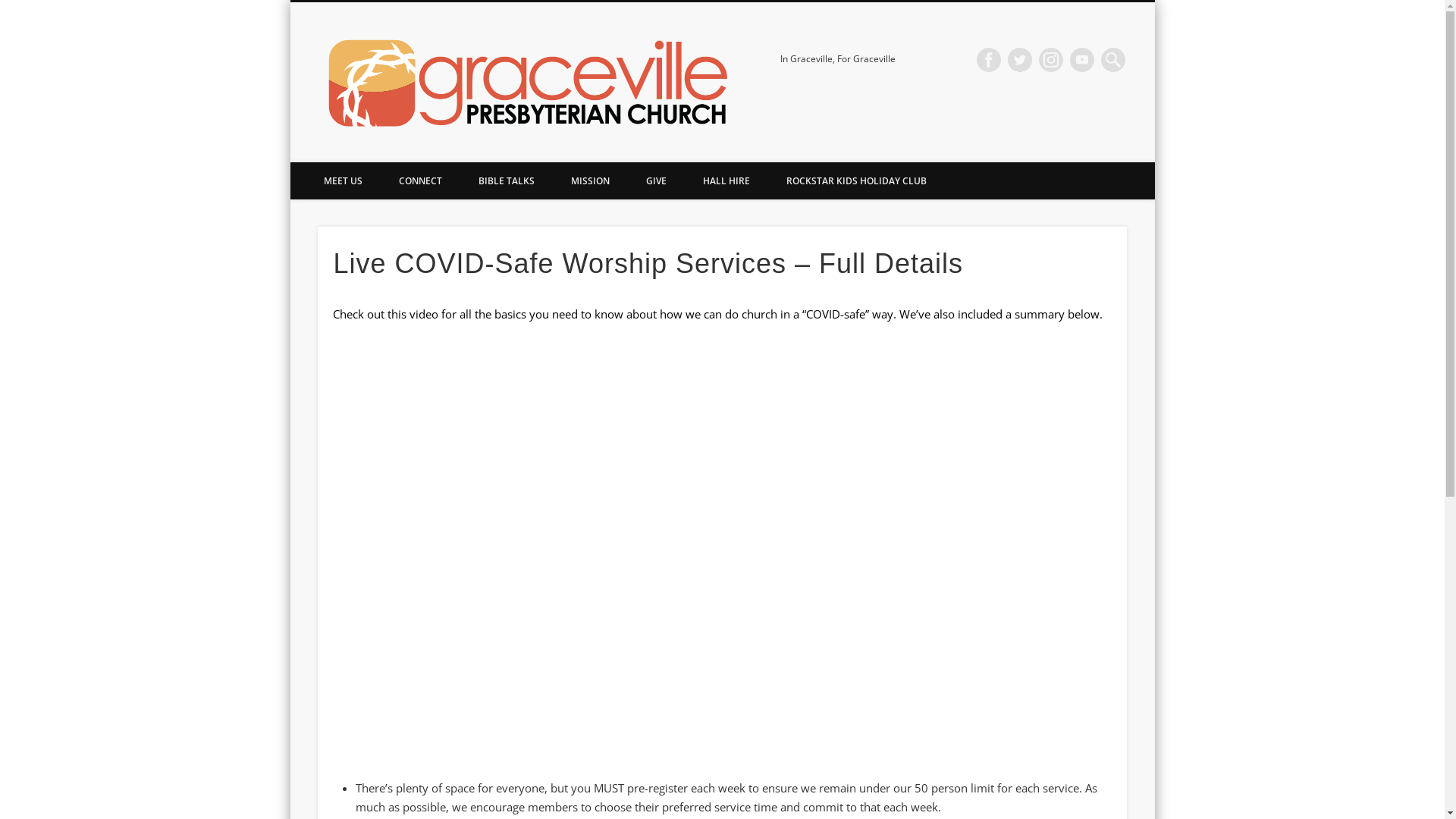 This screenshot has height=819, width=1456. I want to click on 'BIBLE TALKS', so click(506, 180).